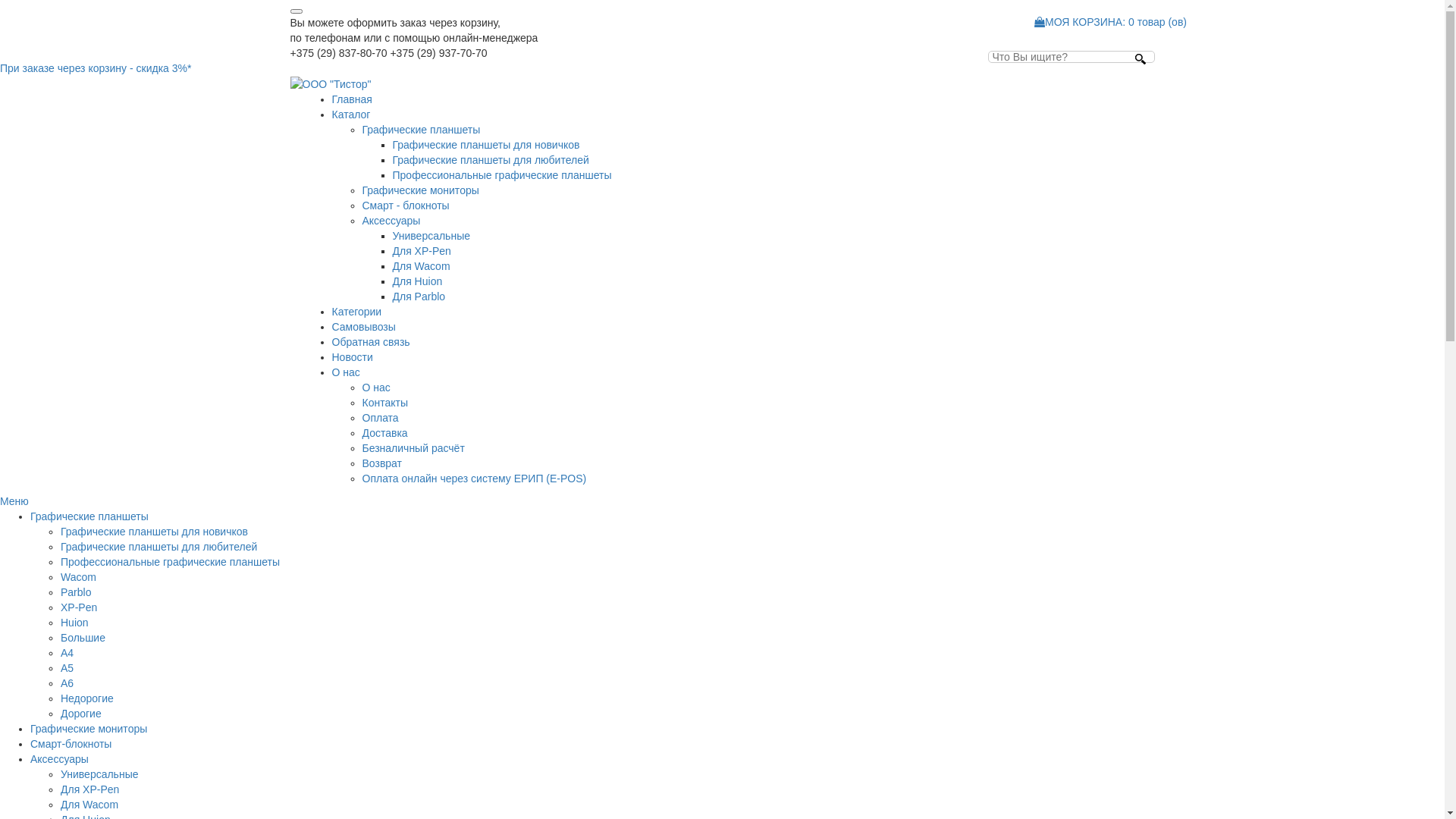 The height and width of the screenshot is (819, 1456). I want to click on 'XP-Pen', so click(78, 607).